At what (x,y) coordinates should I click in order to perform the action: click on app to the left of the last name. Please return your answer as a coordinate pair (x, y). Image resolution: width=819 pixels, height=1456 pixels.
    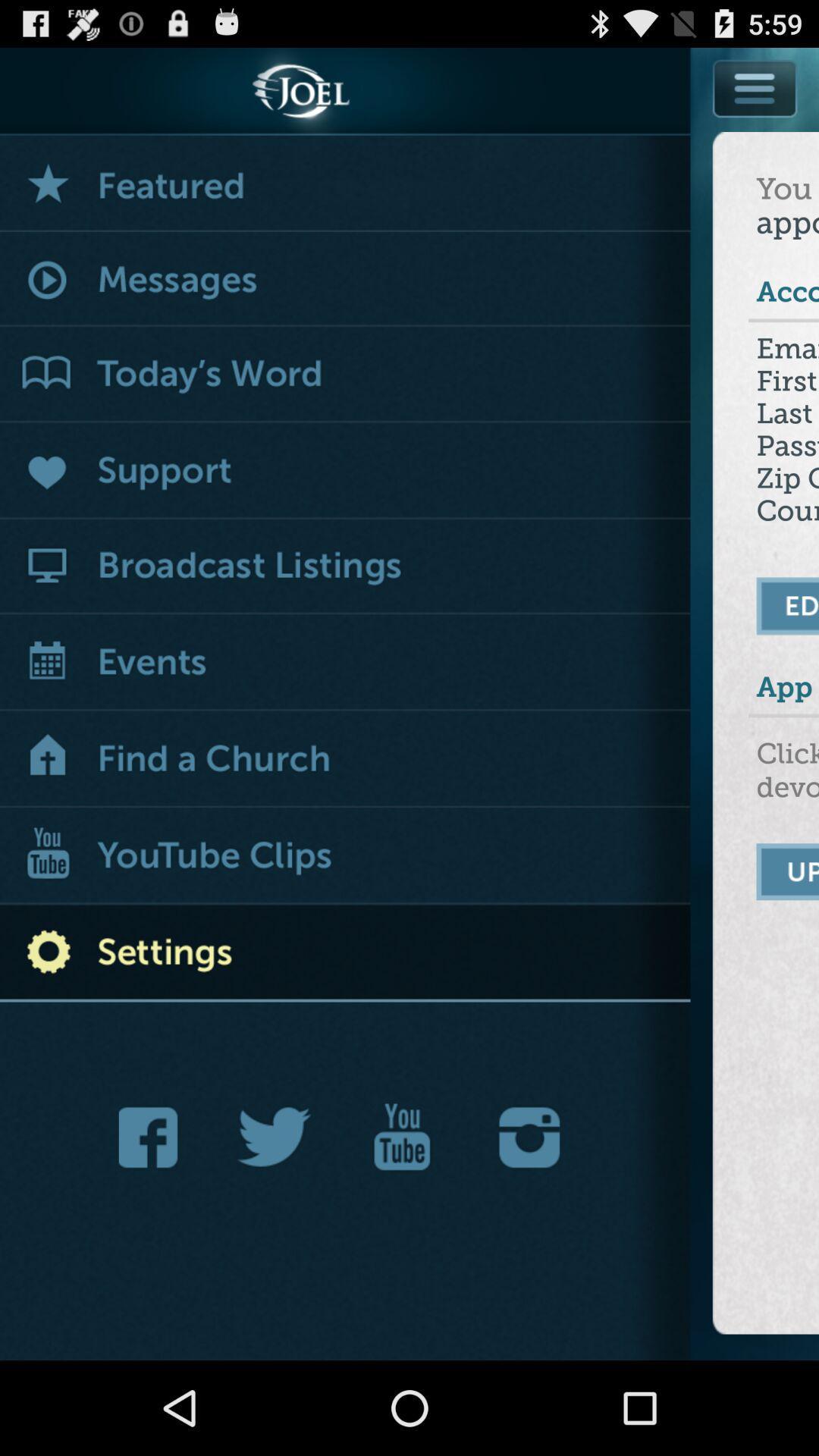
    Looking at the image, I should click on (345, 471).